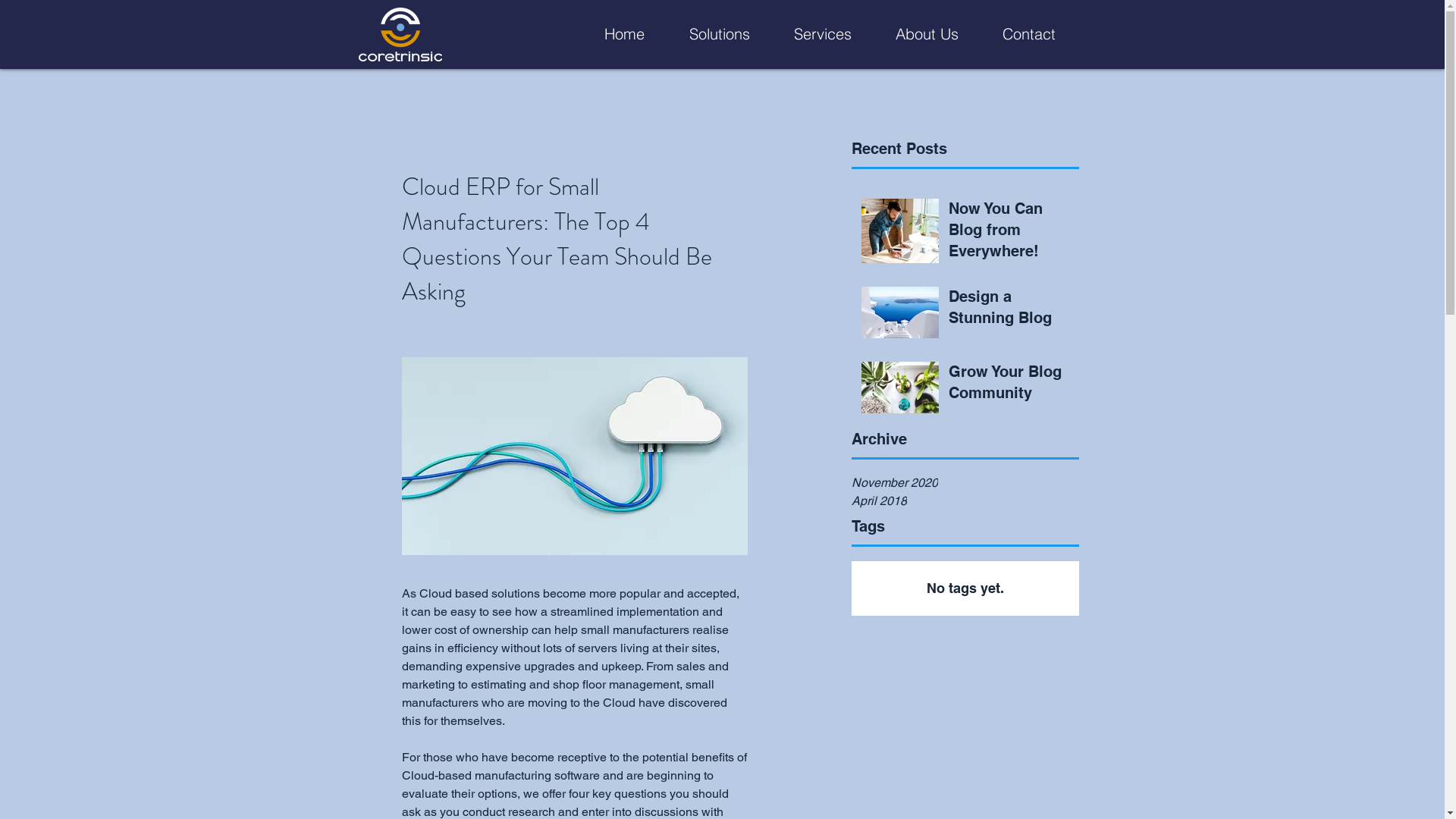 The height and width of the screenshot is (819, 1456). What do you see at coordinates (964, 482) in the screenshot?
I see `'November 2020'` at bounding box center [964, 482].